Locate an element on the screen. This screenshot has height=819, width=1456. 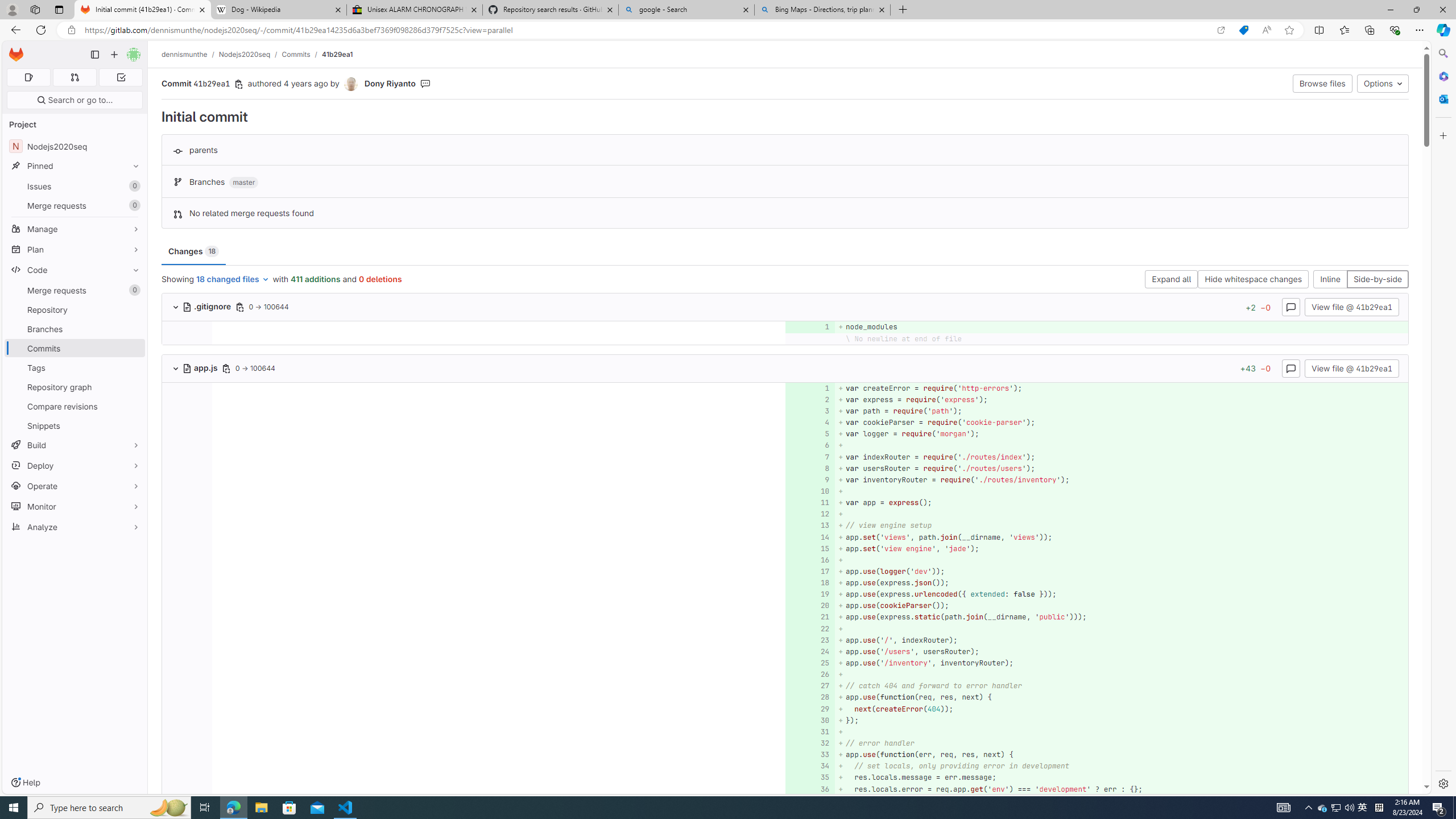
'Changes 18' is located at coordinates (193, 251).